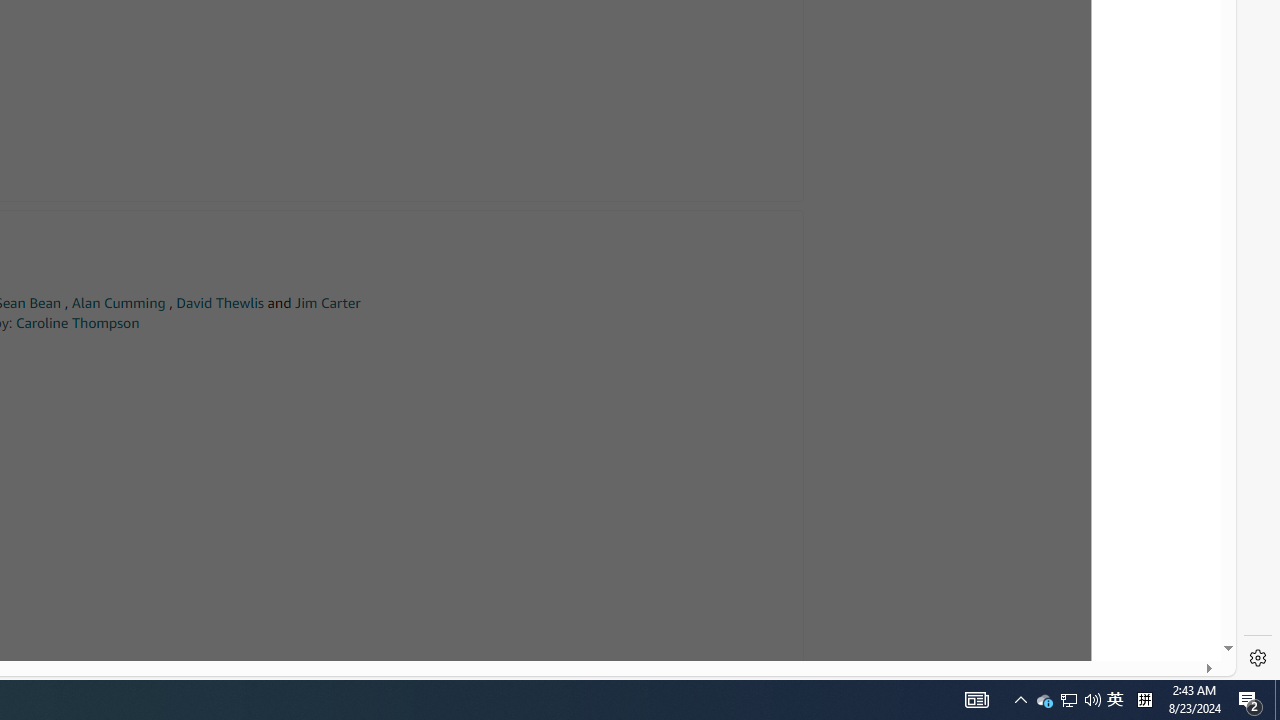 The height and width of the screenshot is (720, 1280). What do you see at coordinates (117, 303) in the screenshot?
I see `'Alan Cumming'` at bounding box center [117, 303].